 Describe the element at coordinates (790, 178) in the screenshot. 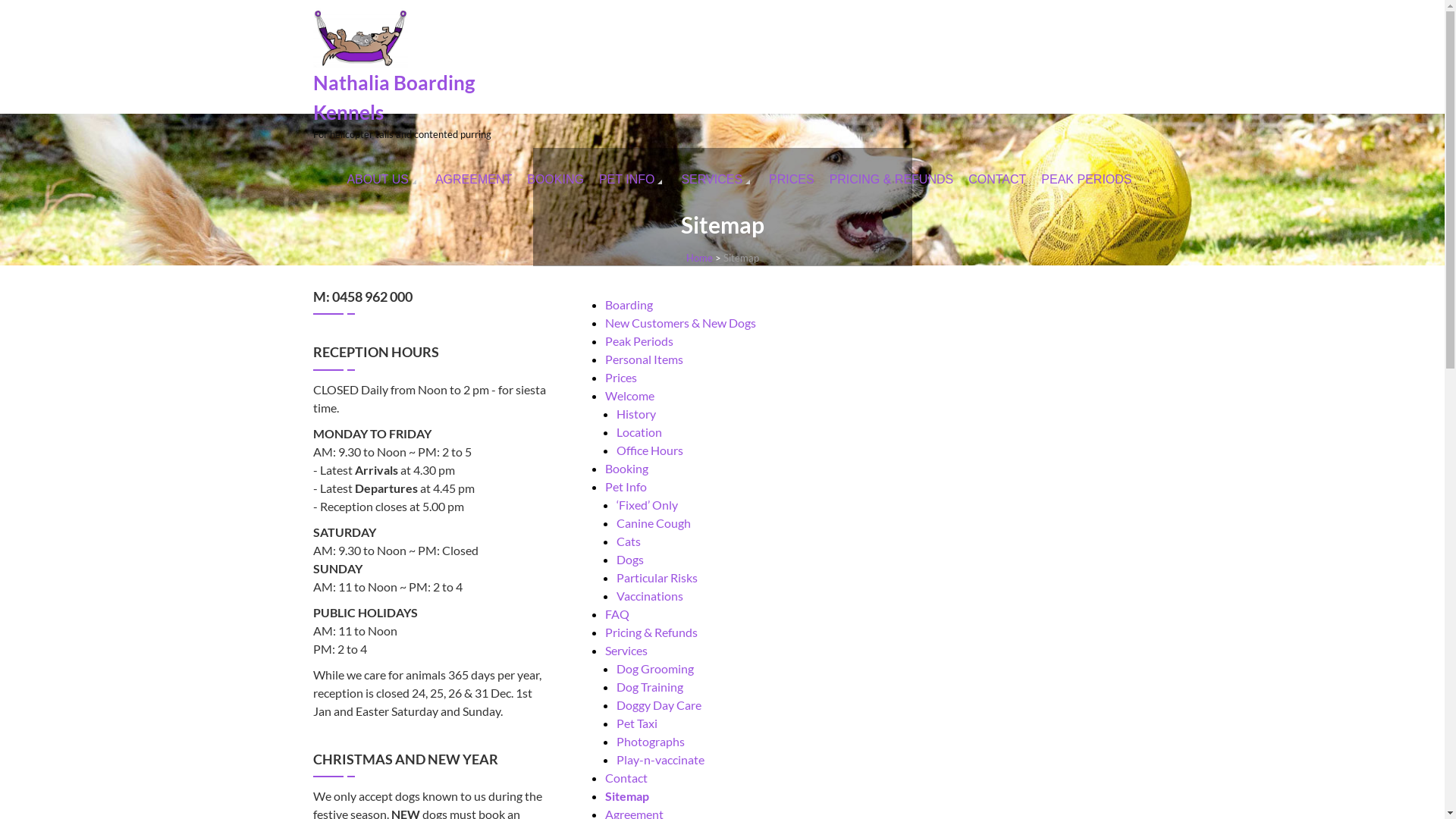

I see `'PRICES'` at that location.